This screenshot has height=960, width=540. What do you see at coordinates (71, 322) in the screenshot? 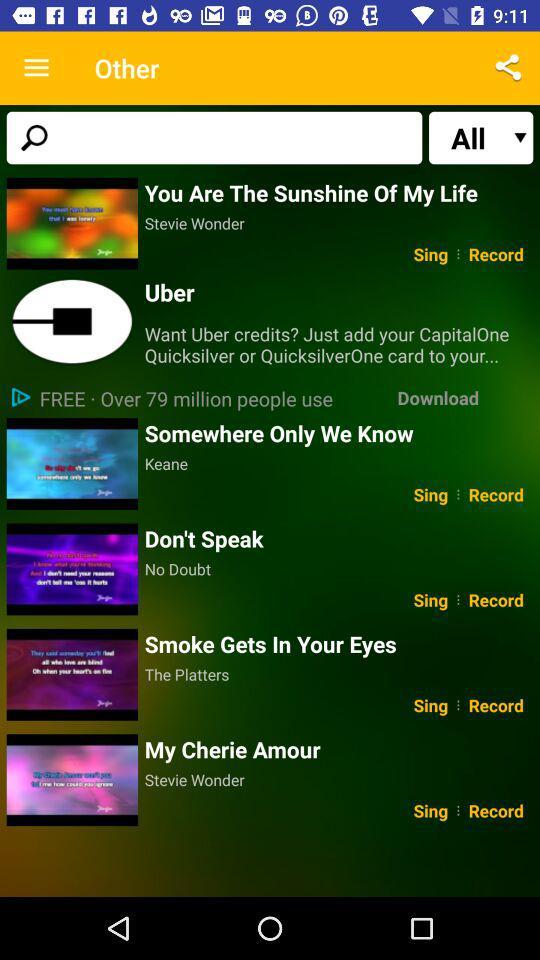
I see `the item above free over 79` at bounding box center [71, 322].